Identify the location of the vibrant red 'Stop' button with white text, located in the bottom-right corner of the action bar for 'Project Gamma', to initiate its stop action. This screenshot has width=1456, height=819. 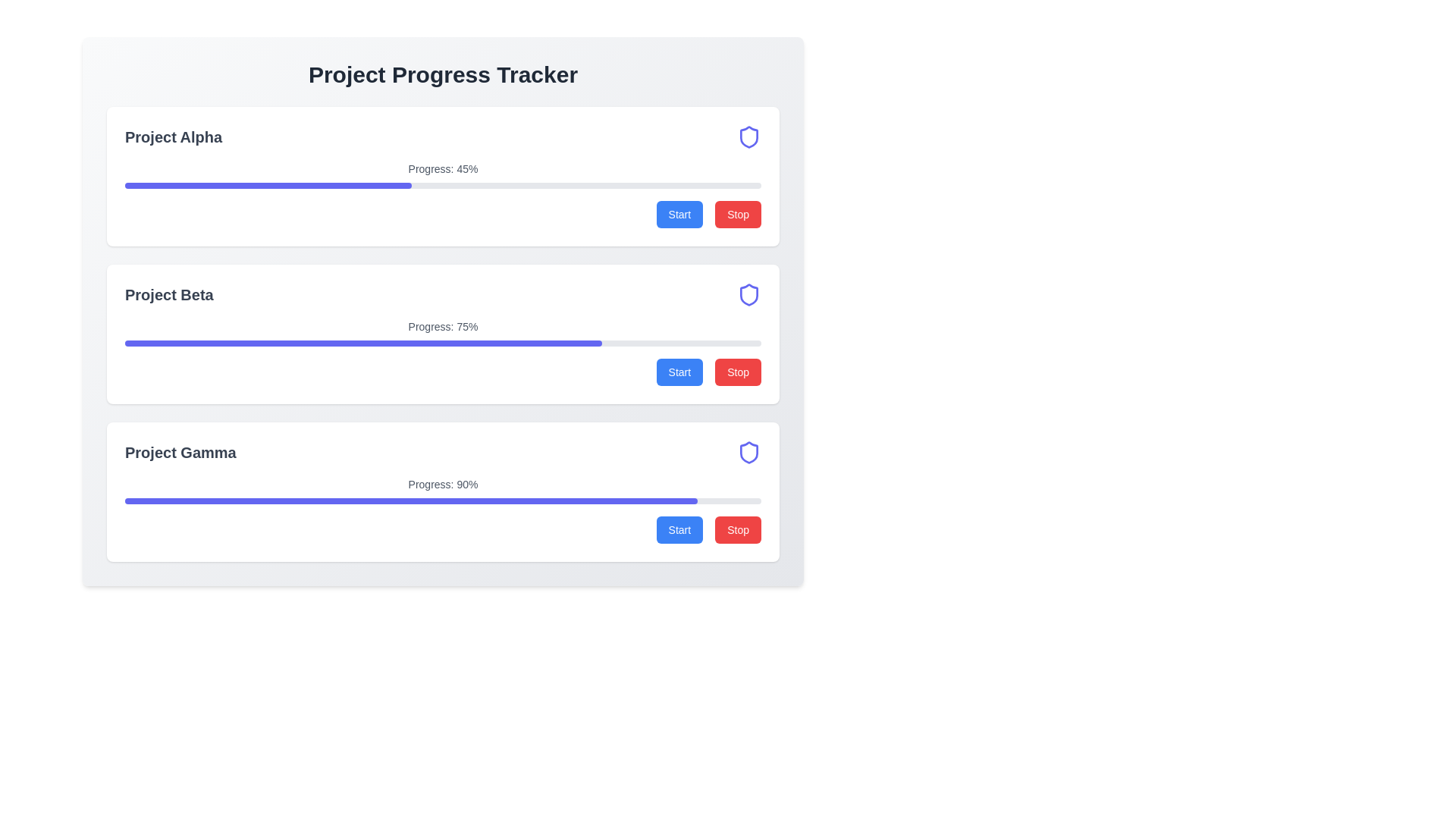
(738, 529).